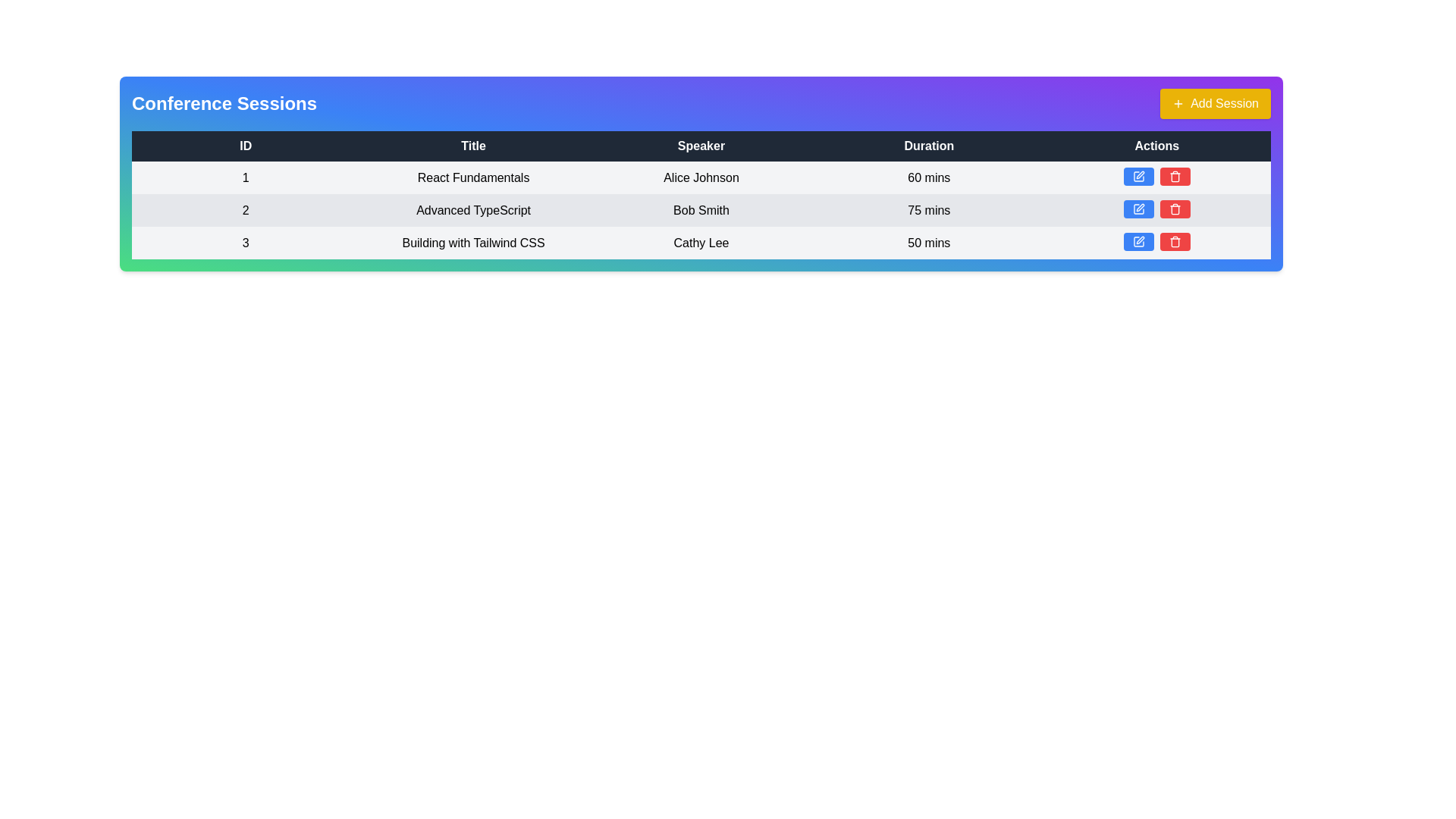  What do you see at coordinates (928, 146) in the screenshot?
I see `the static text label indicating the 'Duration' column, which is the fourth label in a horizontal row at the top of the table, positioned between 'Speaker' and 'Actions'` at bounding box center [928, 146].